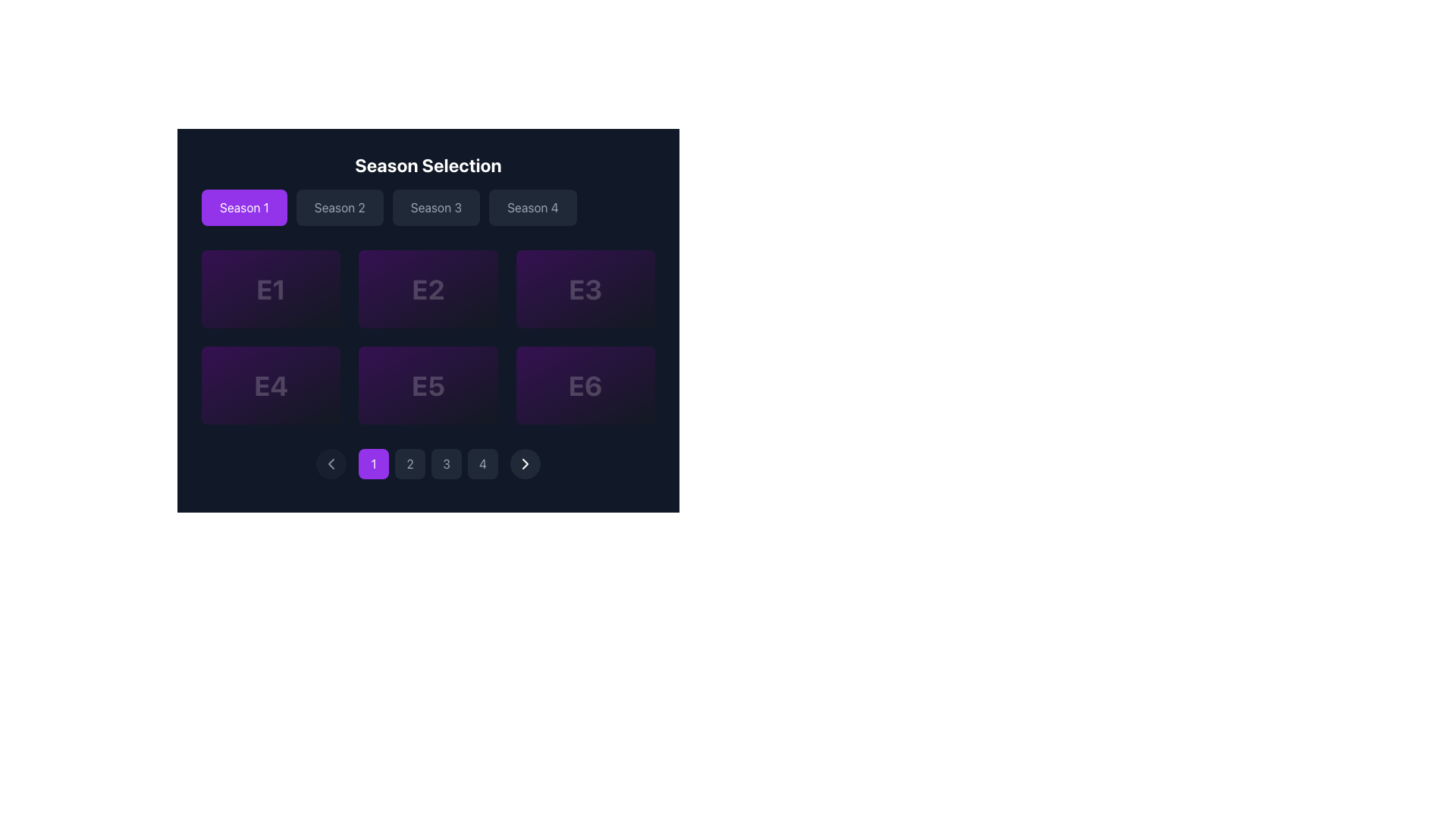 The image size is (1456, 819). What do you see at coordinates (585, 289) in the screenshot?
I see `the static label indicating the third episode in the media library` at bounding box center [585, 289].